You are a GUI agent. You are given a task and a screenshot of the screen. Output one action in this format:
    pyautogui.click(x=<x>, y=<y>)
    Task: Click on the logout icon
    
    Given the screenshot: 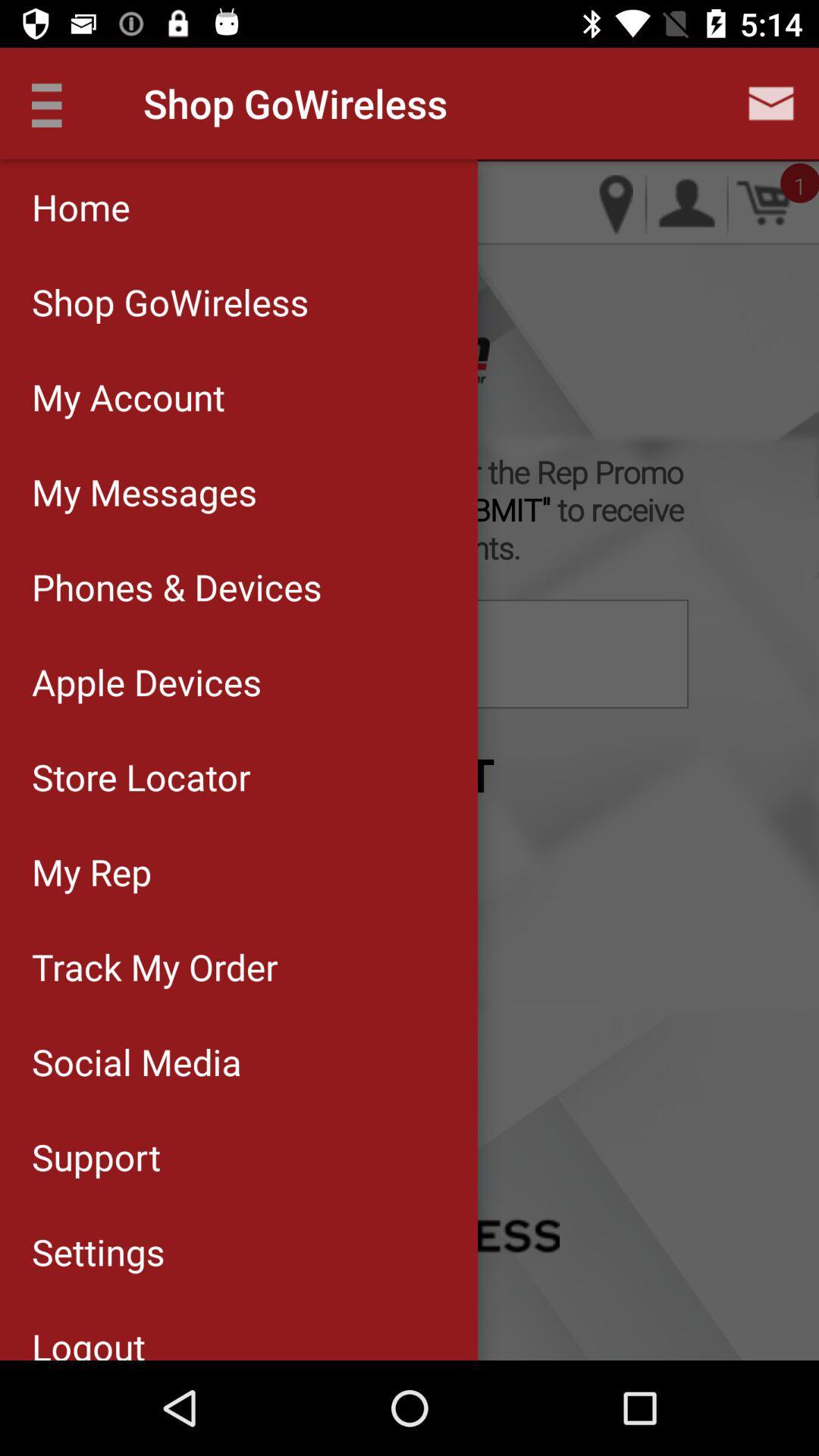 What is the action you would take?
    pyautogui.click(x=239, y=1329)
    